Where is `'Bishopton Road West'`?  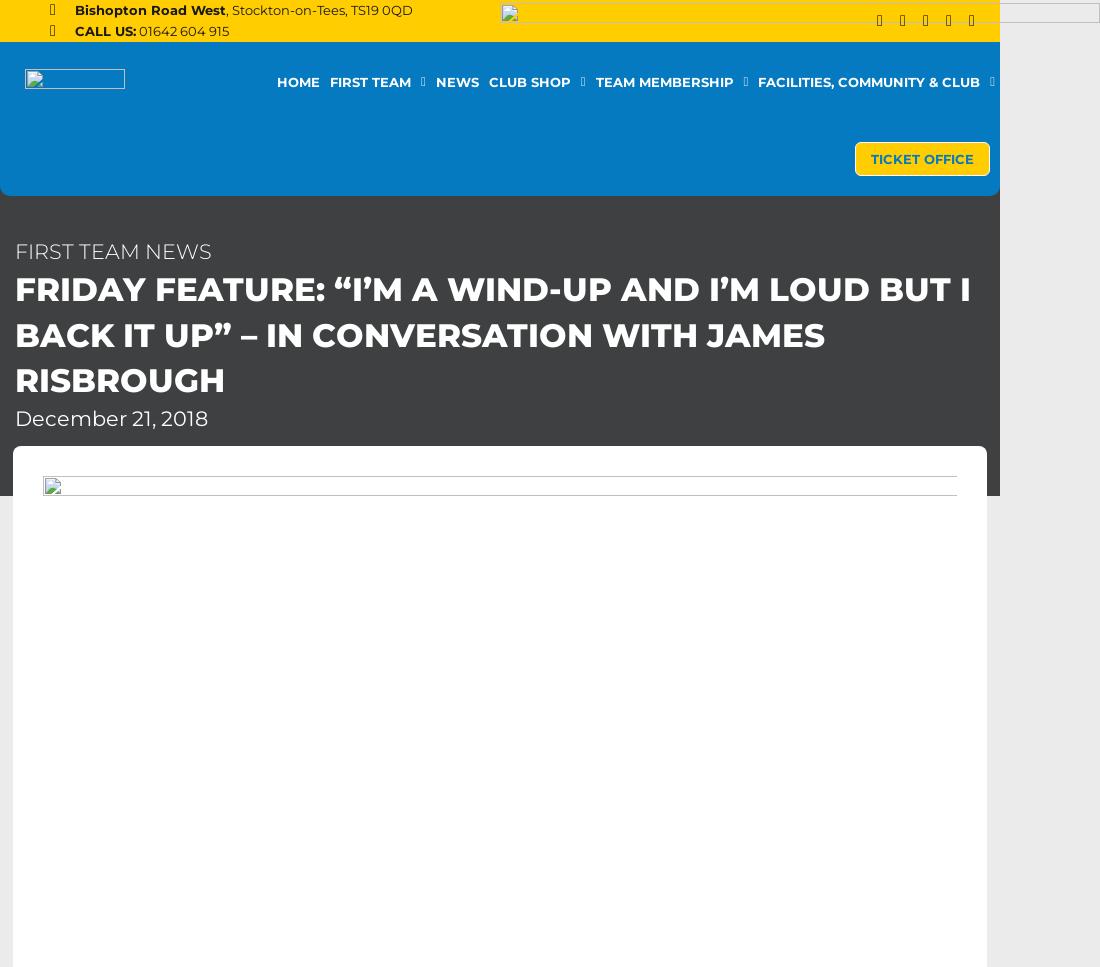 'Bishopton Road West' is located at coordinates (149, 9).